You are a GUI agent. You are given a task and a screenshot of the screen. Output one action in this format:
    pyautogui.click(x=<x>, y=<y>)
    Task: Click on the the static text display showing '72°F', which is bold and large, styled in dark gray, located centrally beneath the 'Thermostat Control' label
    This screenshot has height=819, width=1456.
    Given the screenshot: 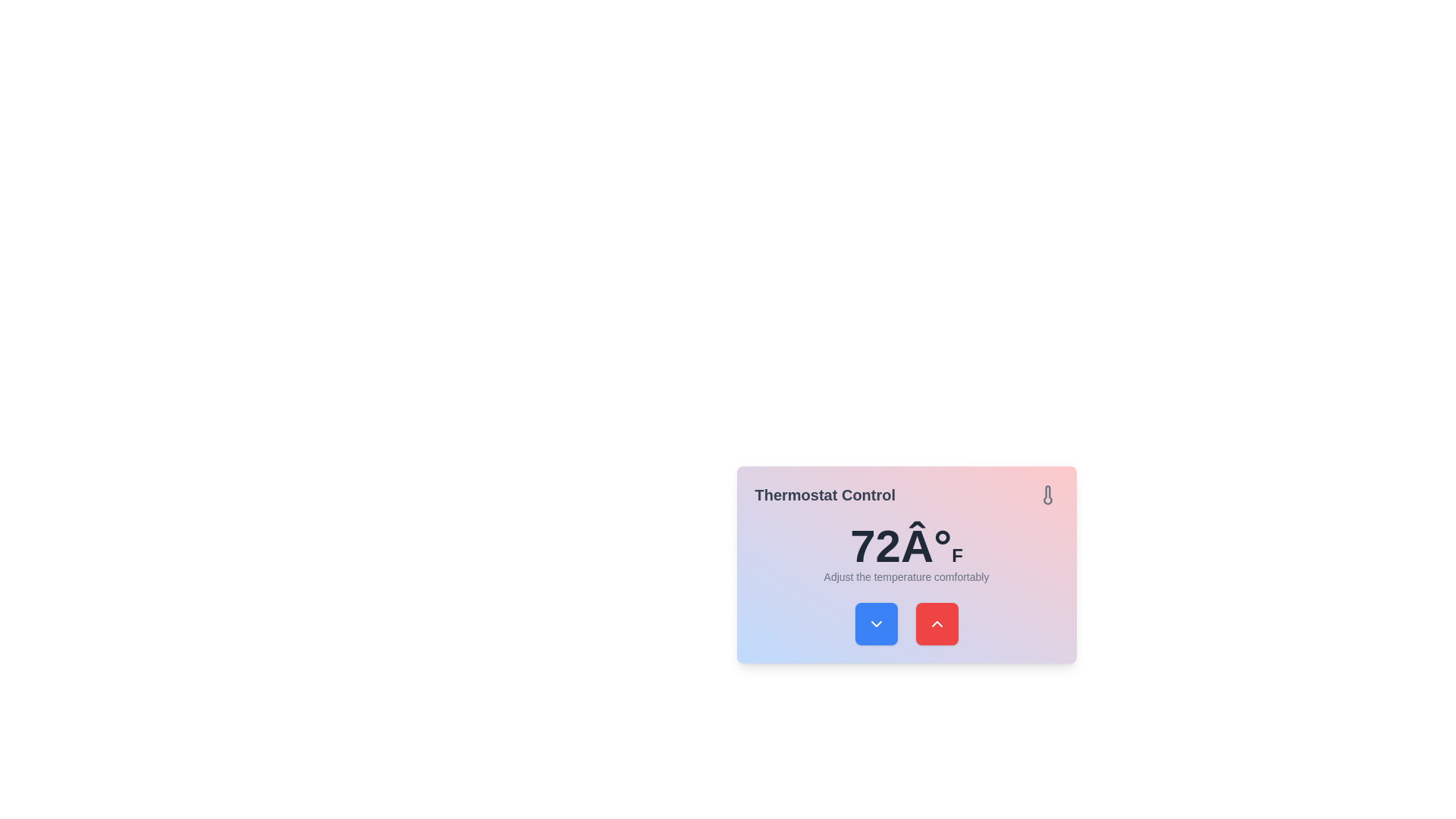 What is the action you would take?
    pyautogui.click(x=906, y=547)
    